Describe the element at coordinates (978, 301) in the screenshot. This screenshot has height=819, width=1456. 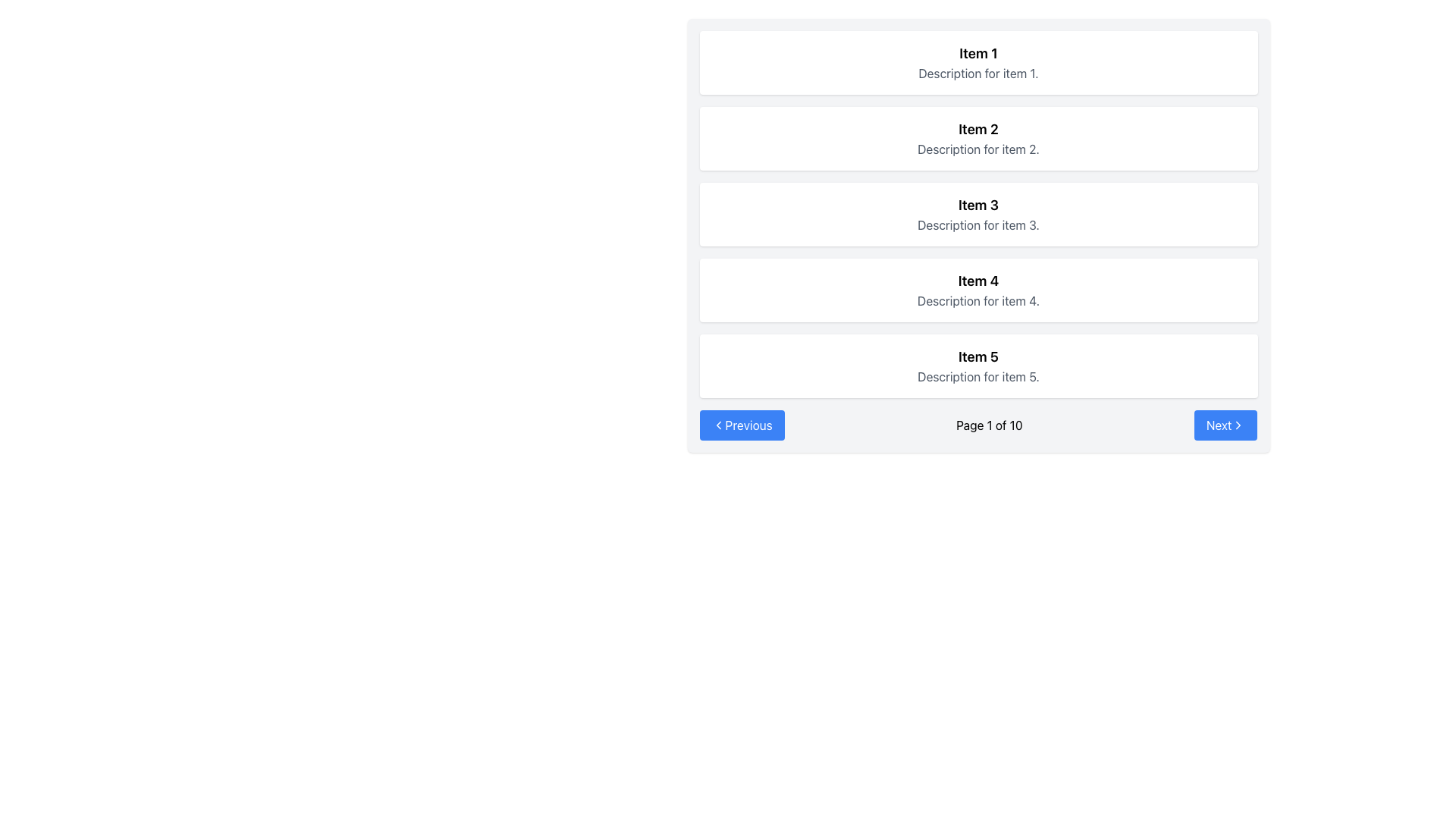
I see `the text label 'Description for item 4.' which is styled in gray font and positioned directly below the heading 'Item 4'` at that location.